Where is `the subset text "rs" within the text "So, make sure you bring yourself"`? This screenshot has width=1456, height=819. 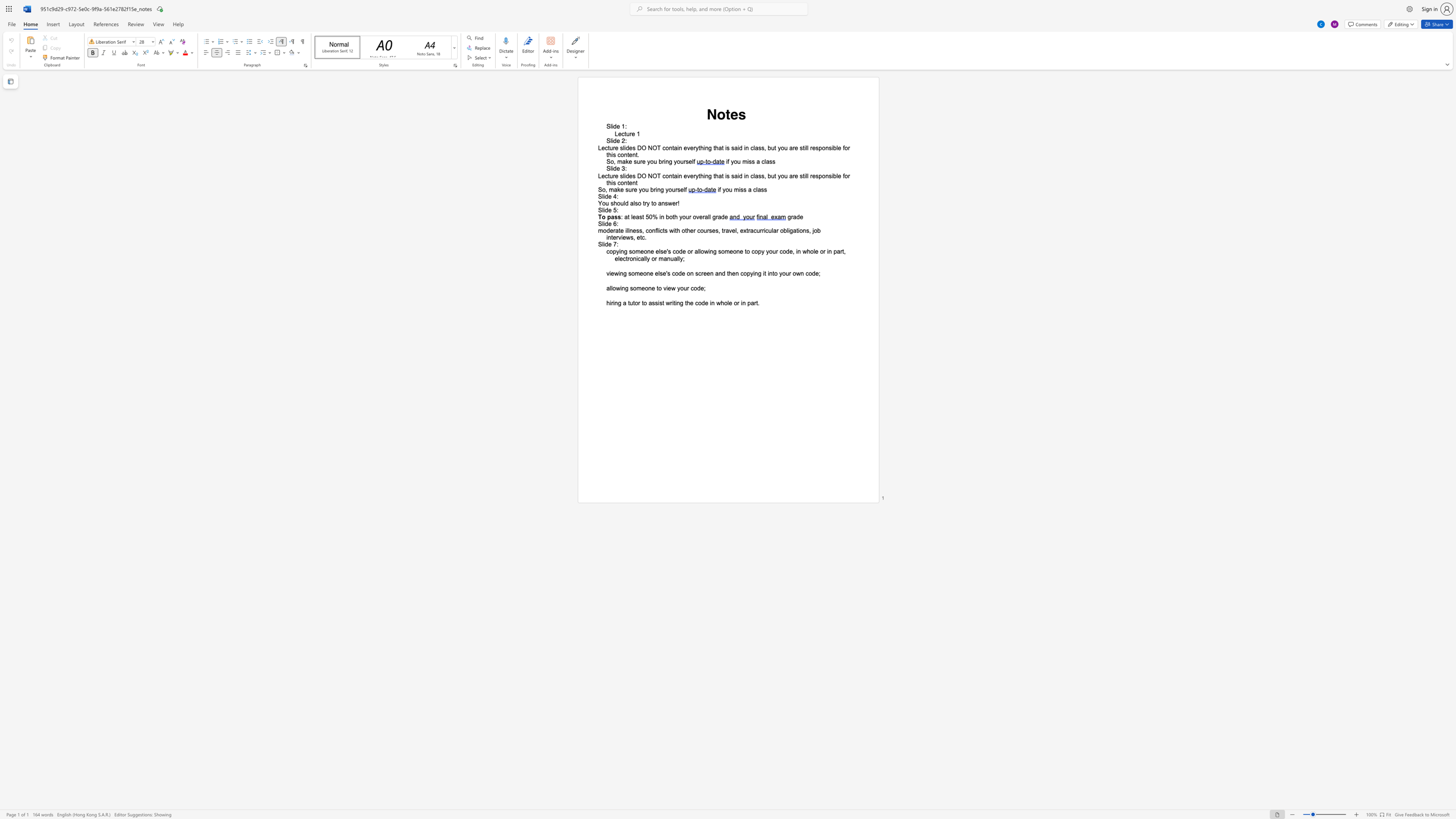 the subset text "rs" within the text "So, make sure you bring yourself" is located at coordinates (674, 189).